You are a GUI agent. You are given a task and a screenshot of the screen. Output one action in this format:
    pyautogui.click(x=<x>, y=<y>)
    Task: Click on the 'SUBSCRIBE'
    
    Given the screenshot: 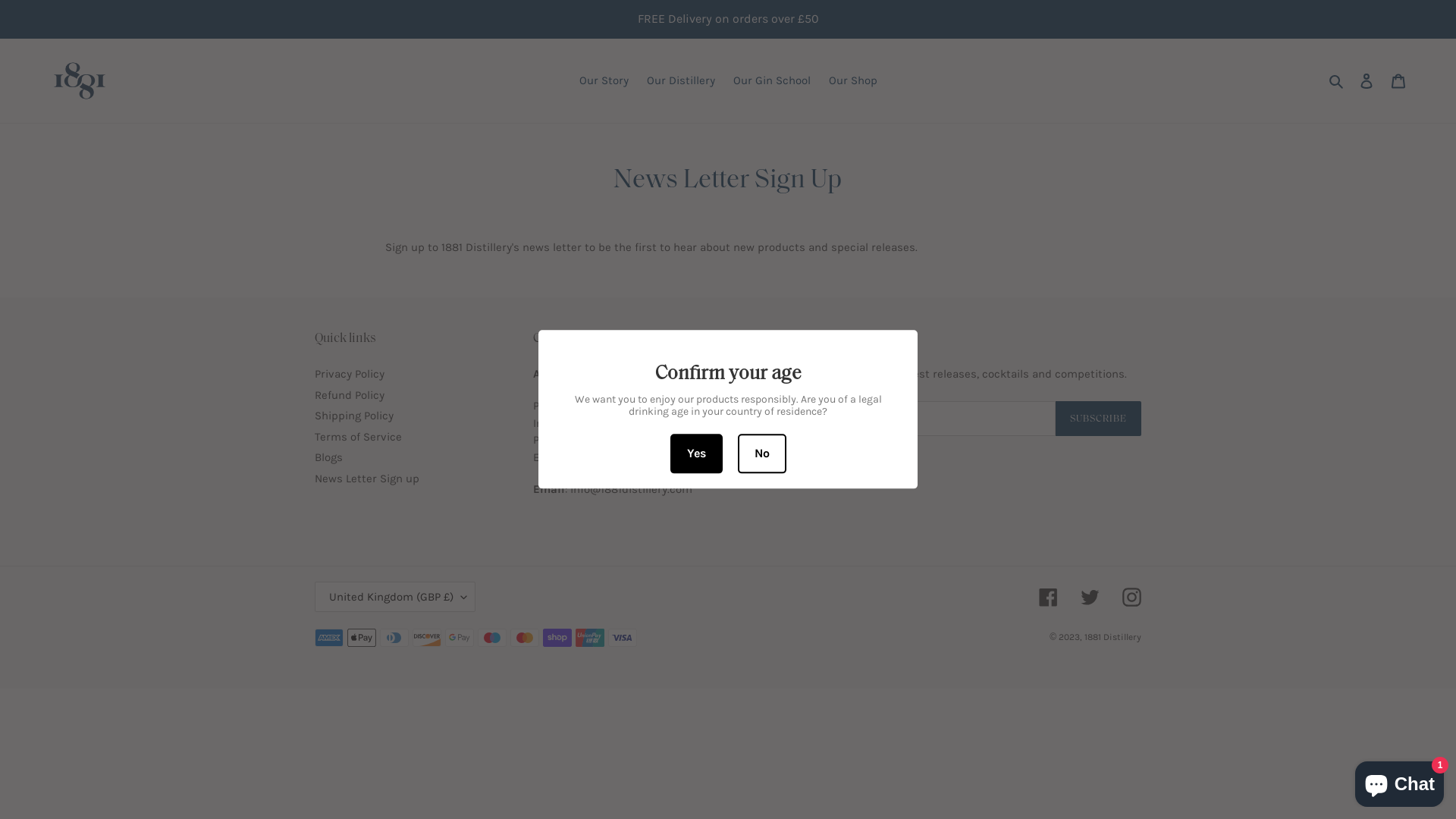 What is the action you would take?
    pyautogui.click(x=1098, y=418)
    